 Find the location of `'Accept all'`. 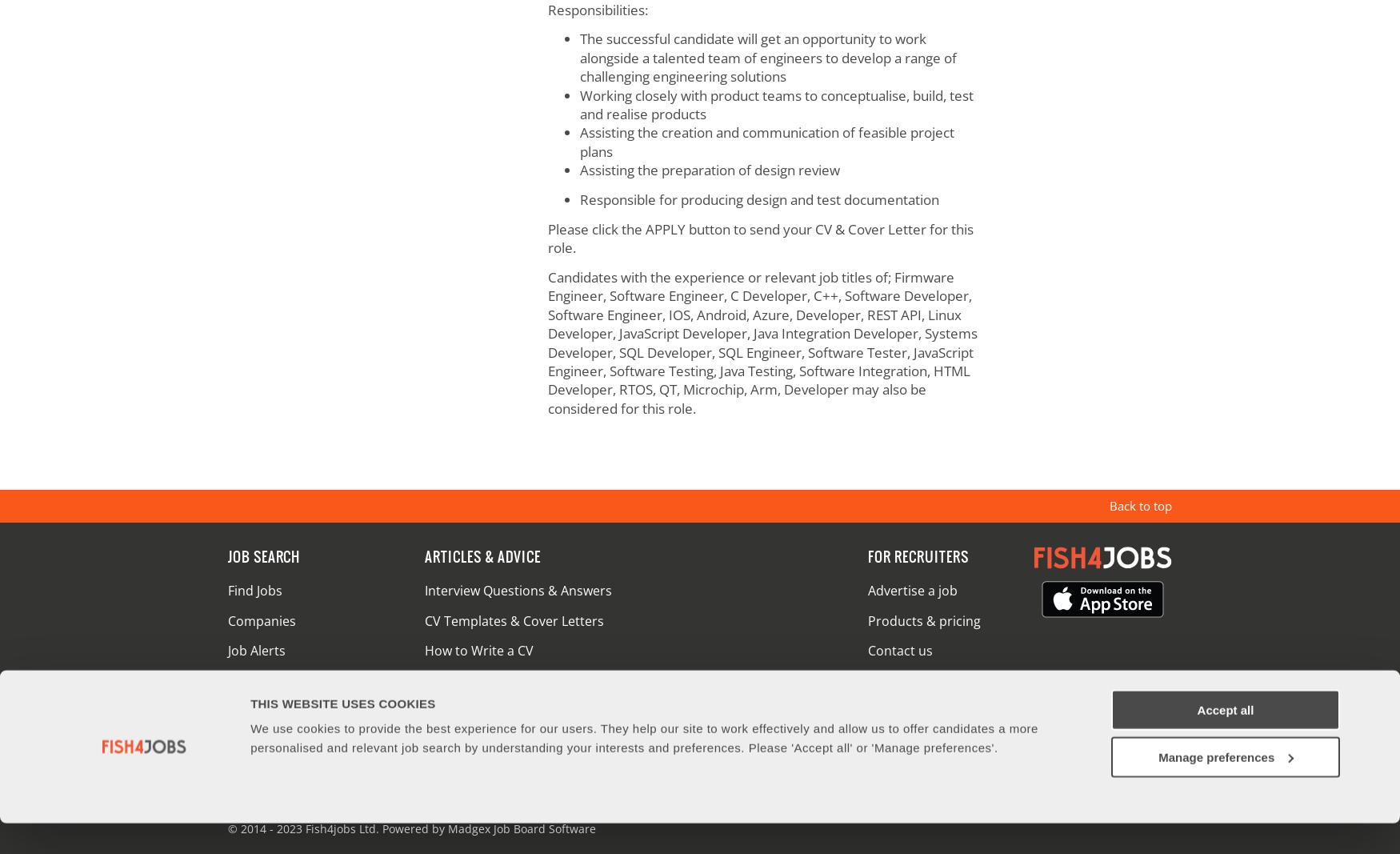

'Accept all' is located at coordinates (1224, 635).